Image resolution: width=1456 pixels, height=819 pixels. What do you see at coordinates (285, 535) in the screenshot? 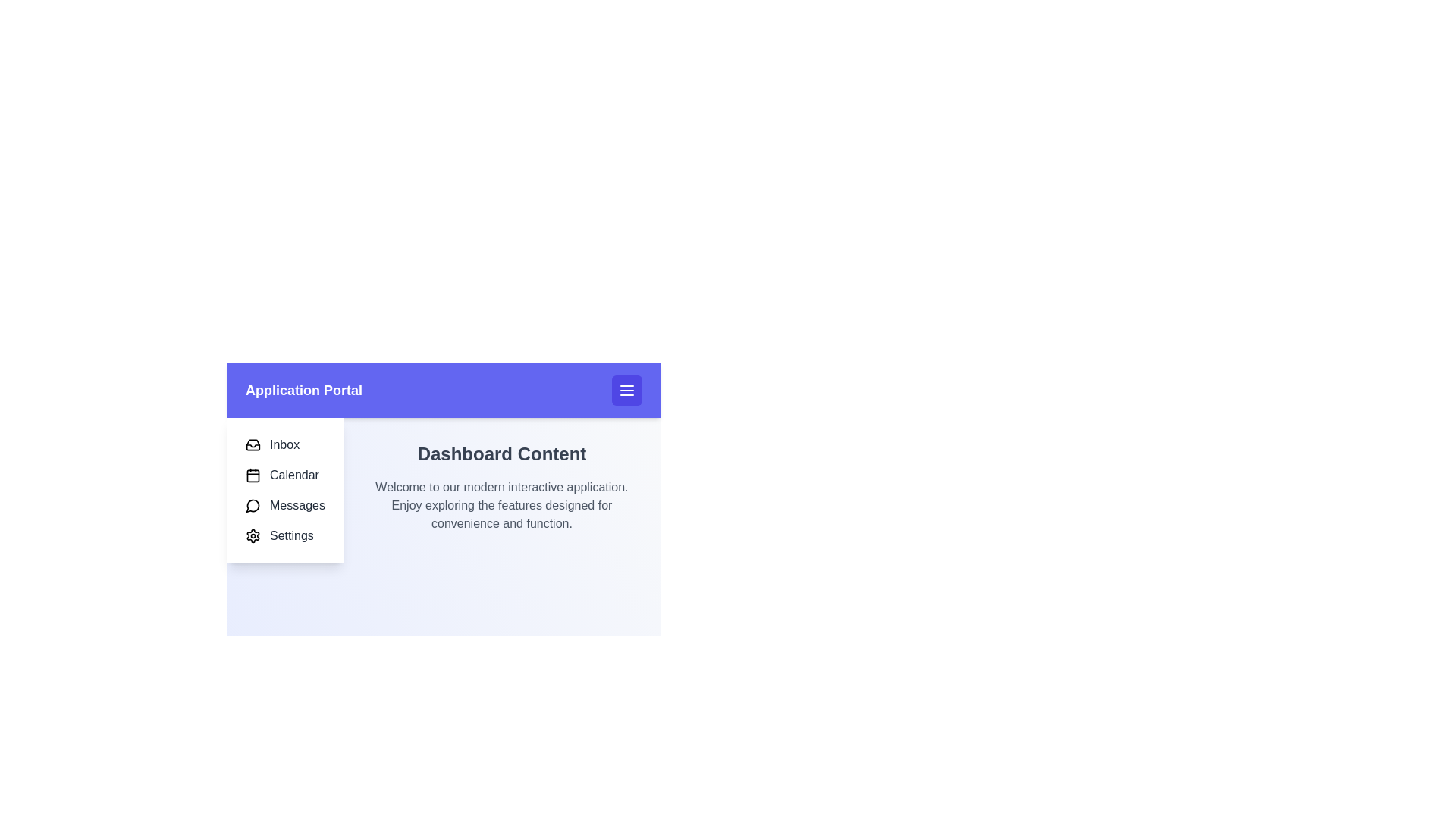
I see `the 'Settings' menu item, which features a cogwheel icon and bold gray text, positioned as the fourth item in the vertical navigation menu` at bounding box center [285, 535].